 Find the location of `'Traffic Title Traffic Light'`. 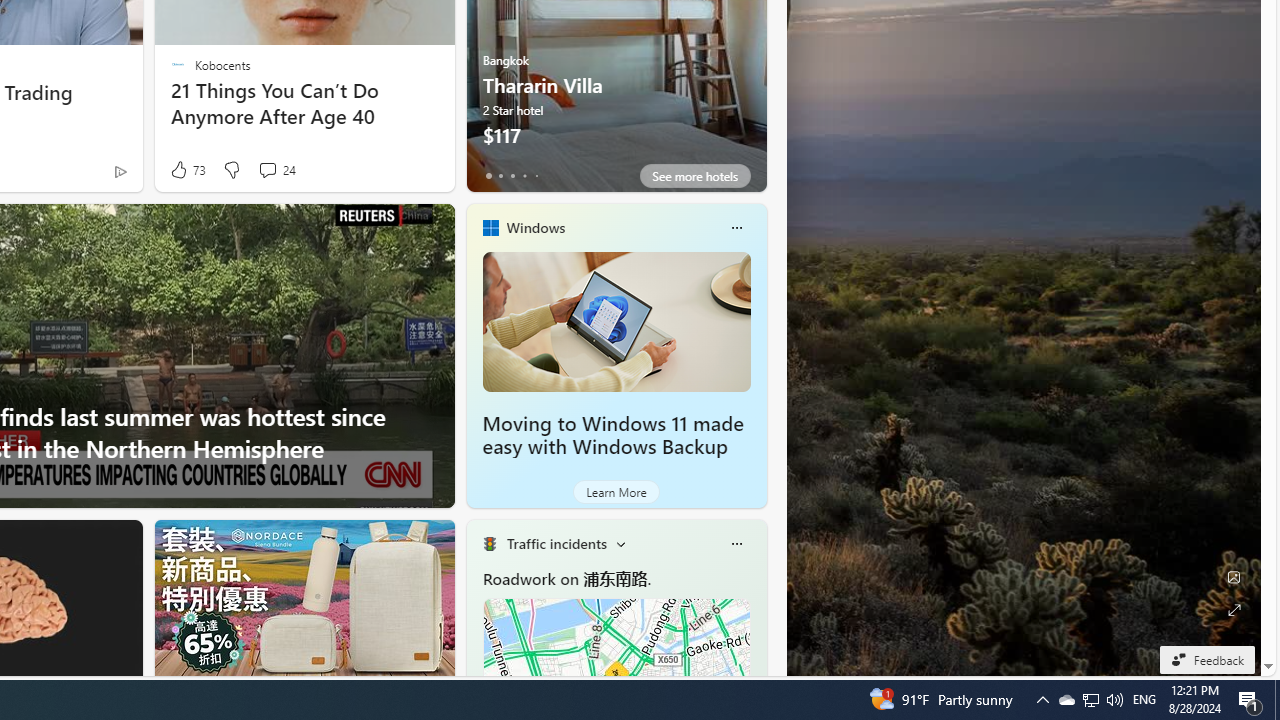

'Traffic Title Traffic Light' is located at coordinates (489, 543).